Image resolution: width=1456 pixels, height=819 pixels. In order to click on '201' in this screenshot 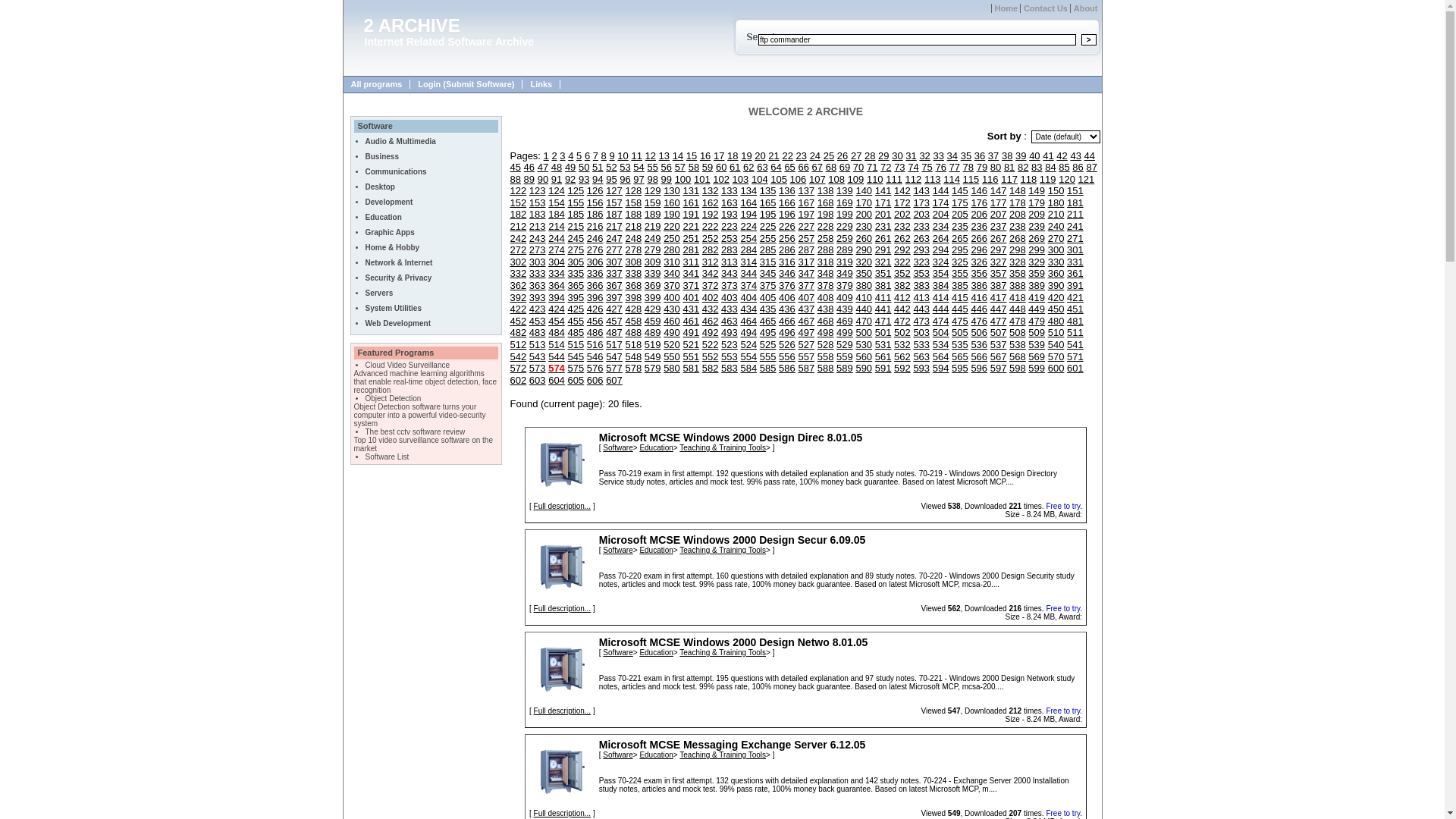, I will do `click(883, 214)`.